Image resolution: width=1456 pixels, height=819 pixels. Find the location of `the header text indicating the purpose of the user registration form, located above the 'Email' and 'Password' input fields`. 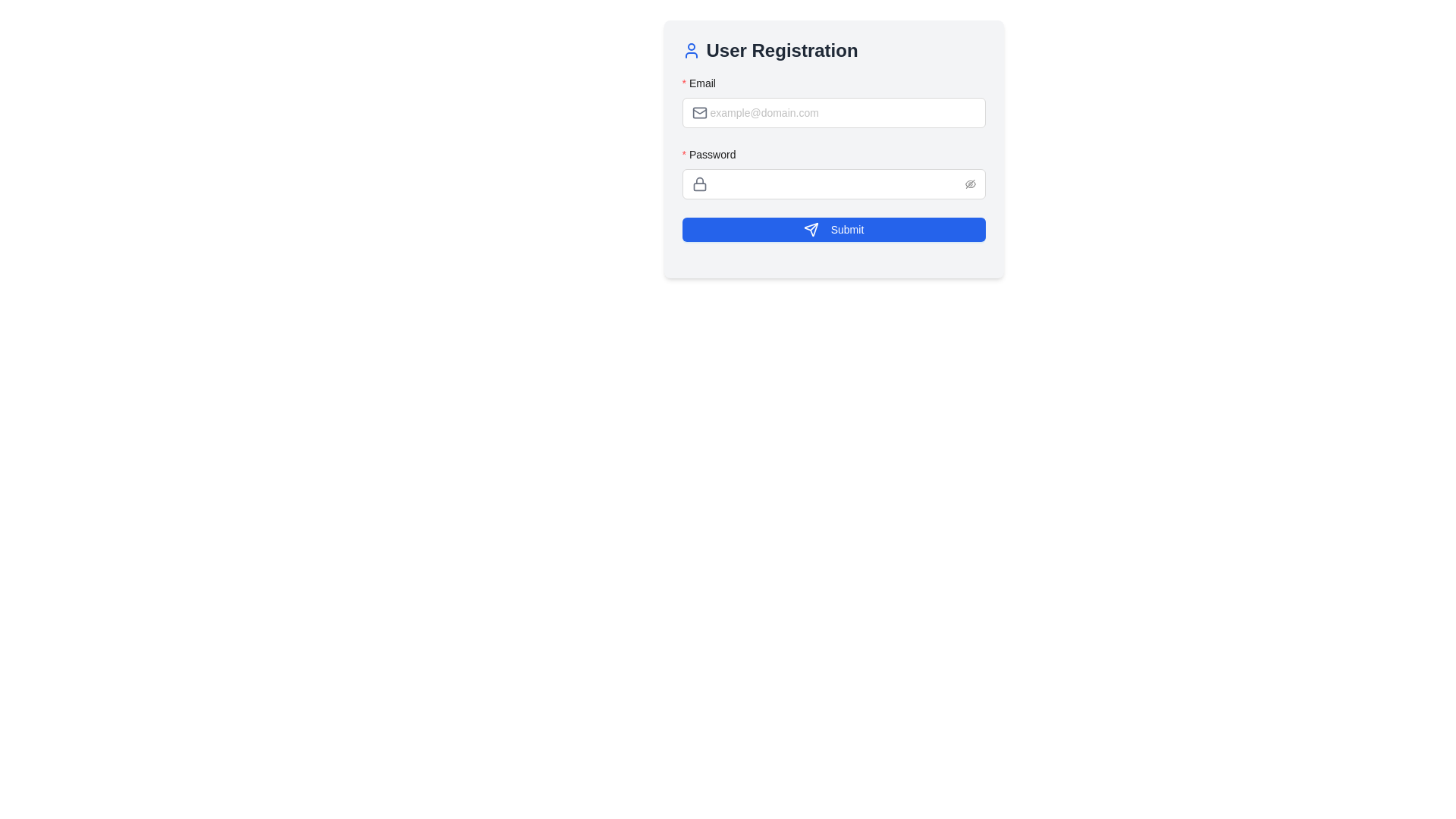

the header text indicating the purpose of the user registration form, located above the 'Email' and 'Password' input fields is located at coordinates (833, 49).